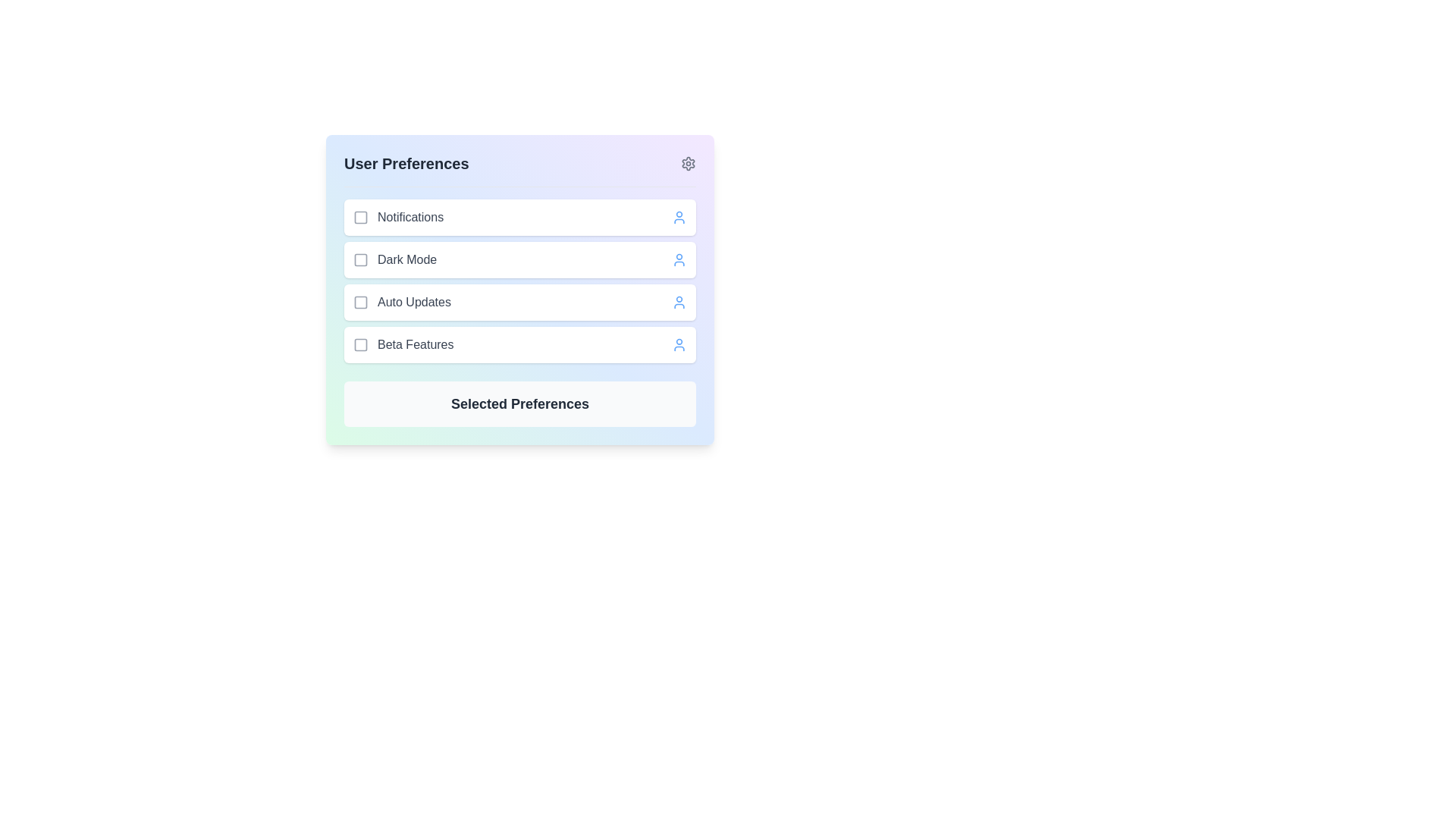 The image size is (1456, 819). What do you see at coordinates (359, 259) in the screenshot?
I see `the second checkbox in the vertical list for enabling or disabling the 'Dark Mode' feature` at bounding box center [359, 259].